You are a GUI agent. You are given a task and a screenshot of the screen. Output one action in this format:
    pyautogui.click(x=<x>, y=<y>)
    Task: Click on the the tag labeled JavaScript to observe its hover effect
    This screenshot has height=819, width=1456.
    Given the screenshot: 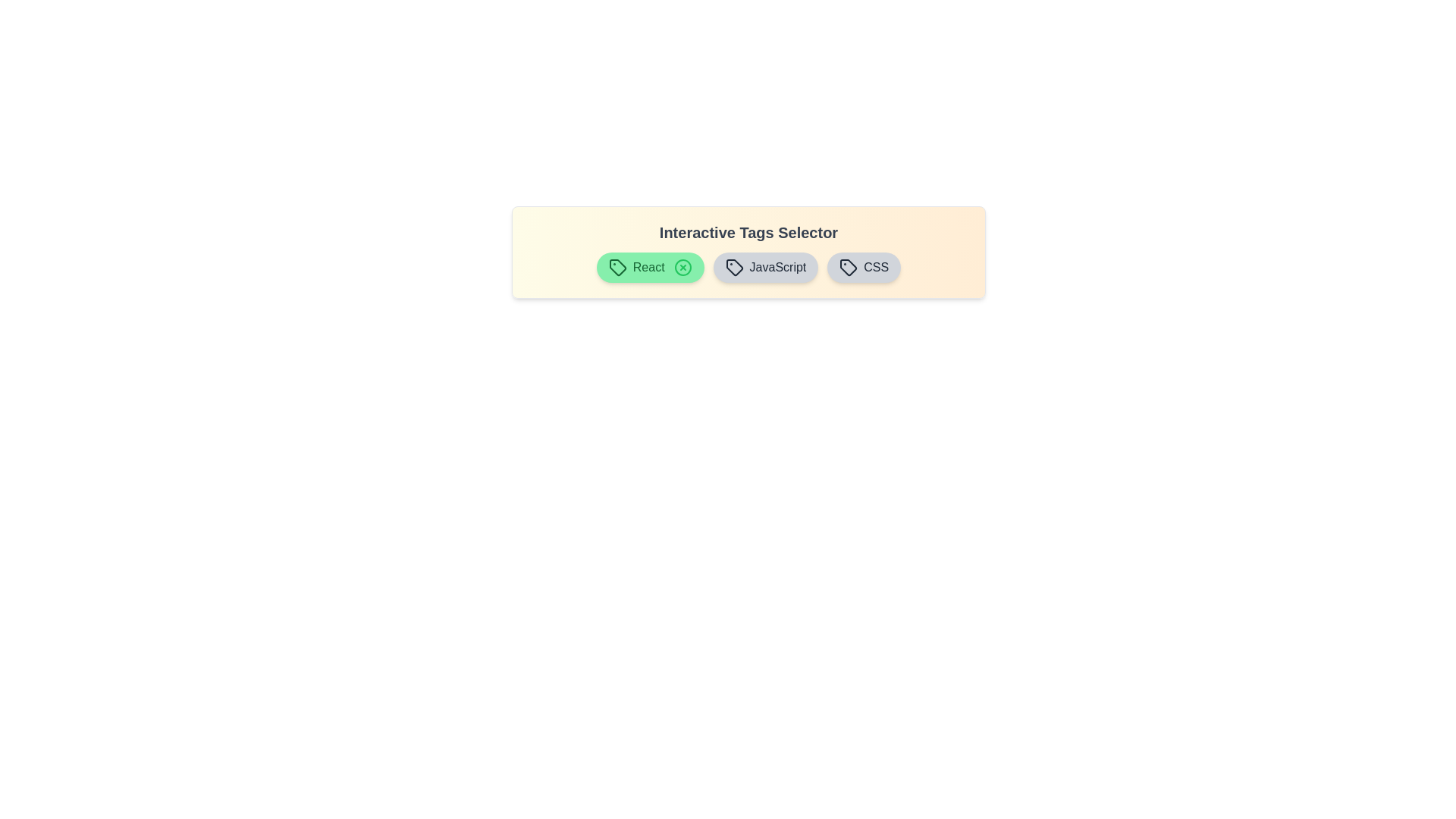 What is the action you would take?
    pyautogui.click(x=765, y=267)
    